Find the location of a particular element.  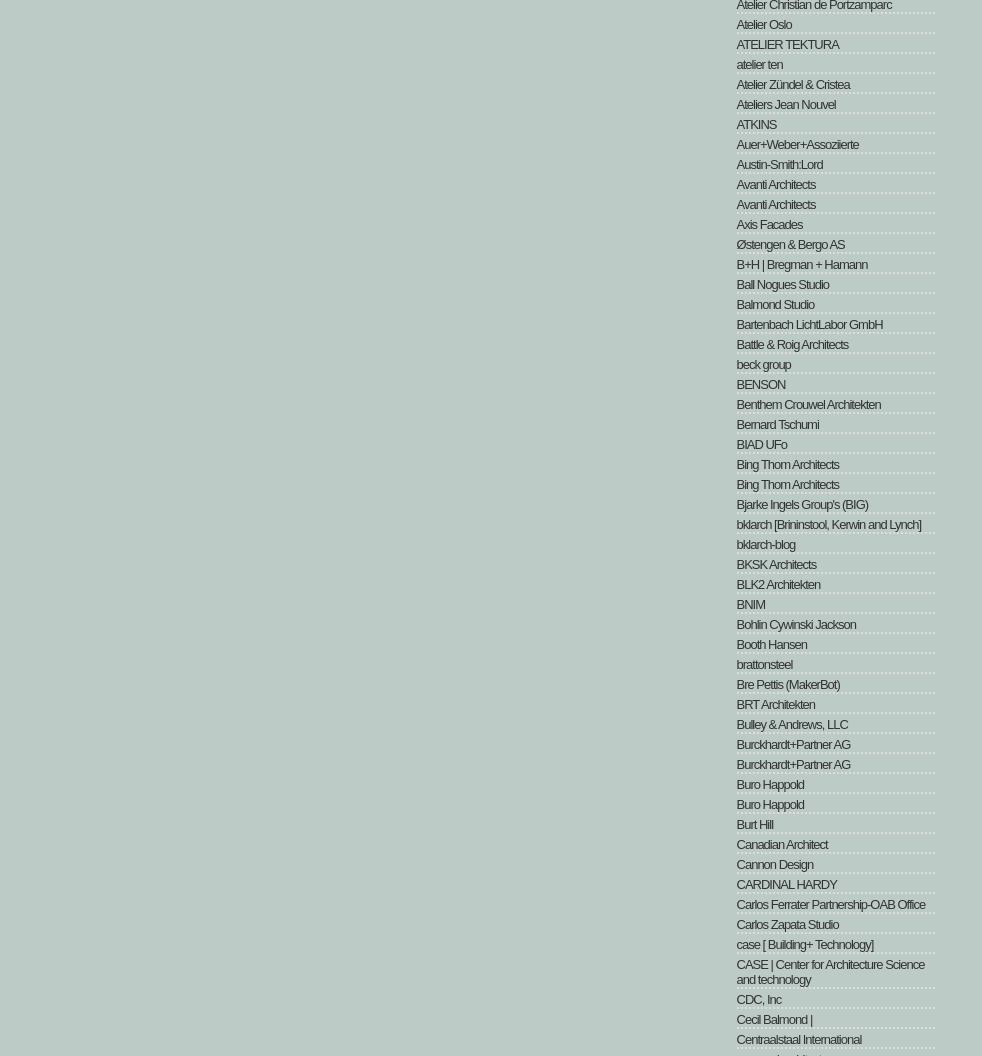

'Balmond Studio' is located at coordinates (774, 304).